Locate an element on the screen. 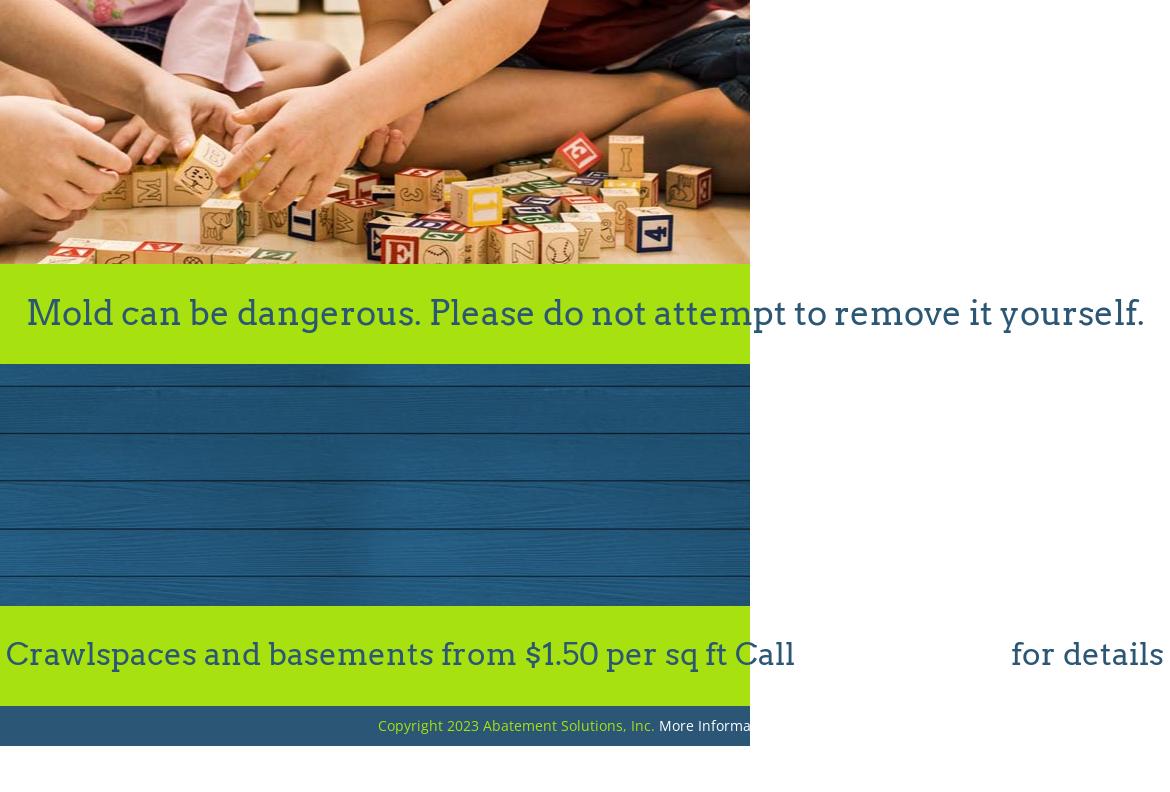 The height and width of the screenshot is (792, 1170). '-C Beyers' is located at coordinates (549, 720).